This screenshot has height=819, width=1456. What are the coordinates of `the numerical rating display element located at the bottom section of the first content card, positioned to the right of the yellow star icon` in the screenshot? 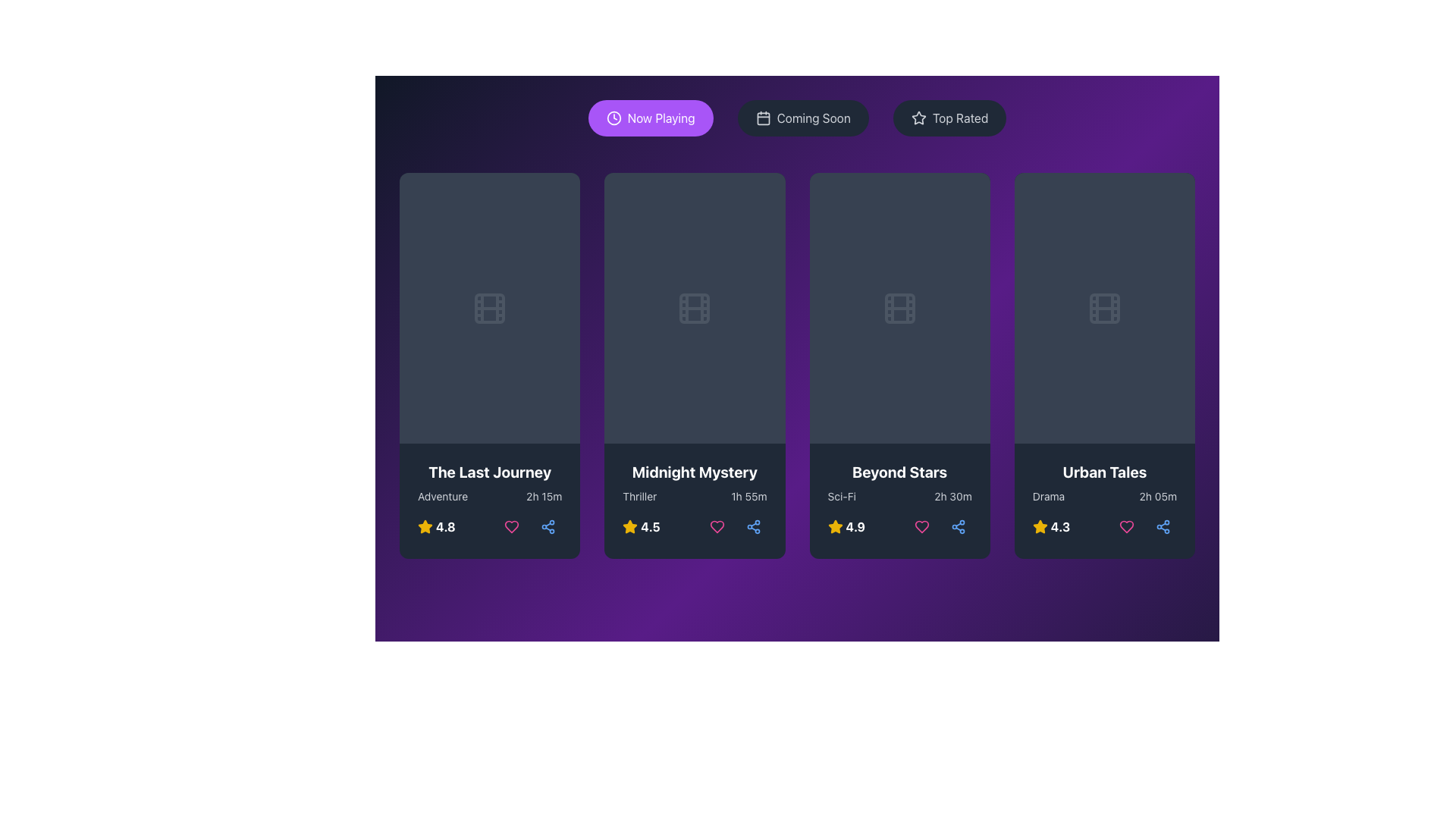 It's located at (444, 526).